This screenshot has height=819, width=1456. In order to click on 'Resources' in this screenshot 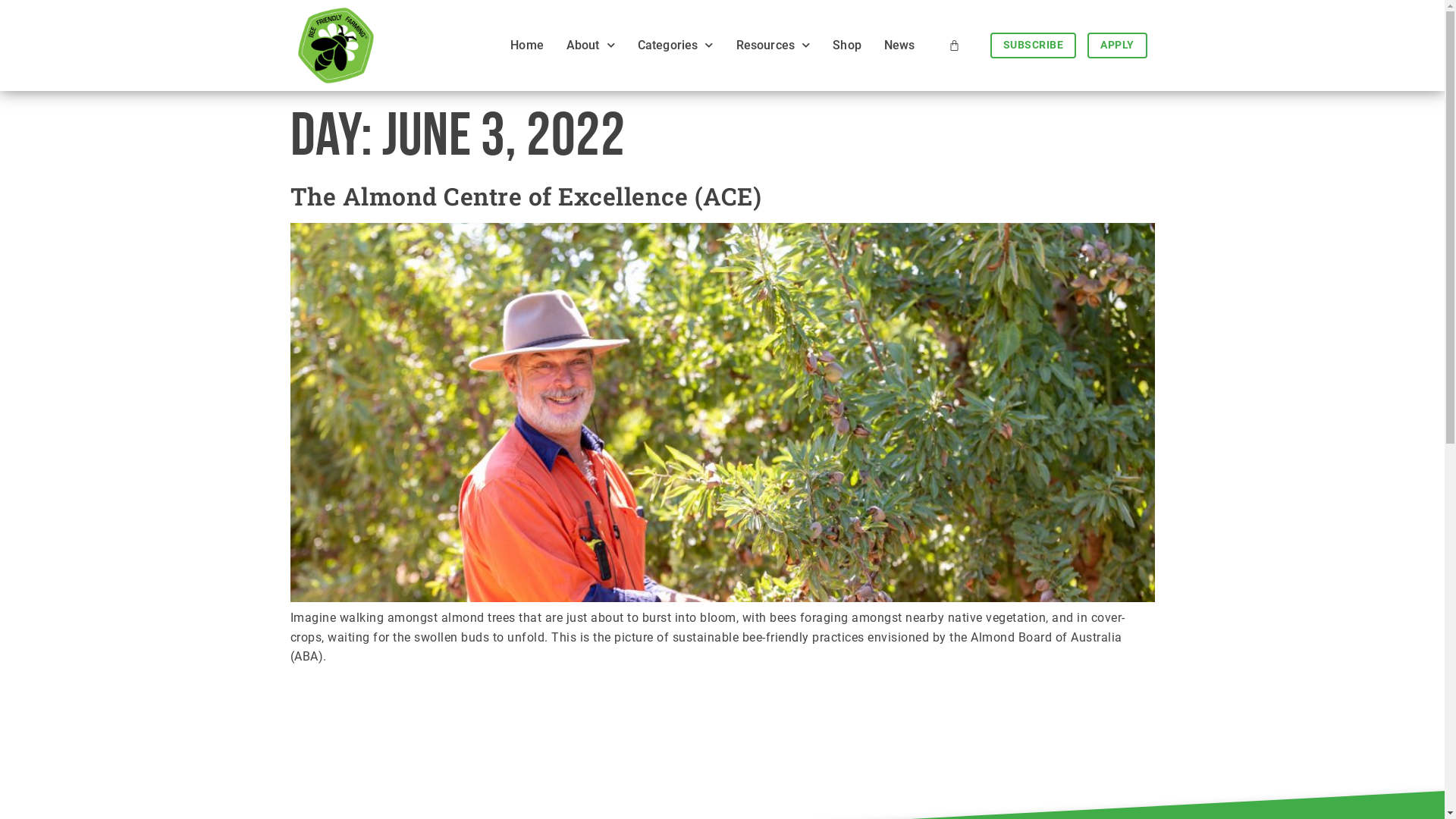, I will do `click(773, 45)`.